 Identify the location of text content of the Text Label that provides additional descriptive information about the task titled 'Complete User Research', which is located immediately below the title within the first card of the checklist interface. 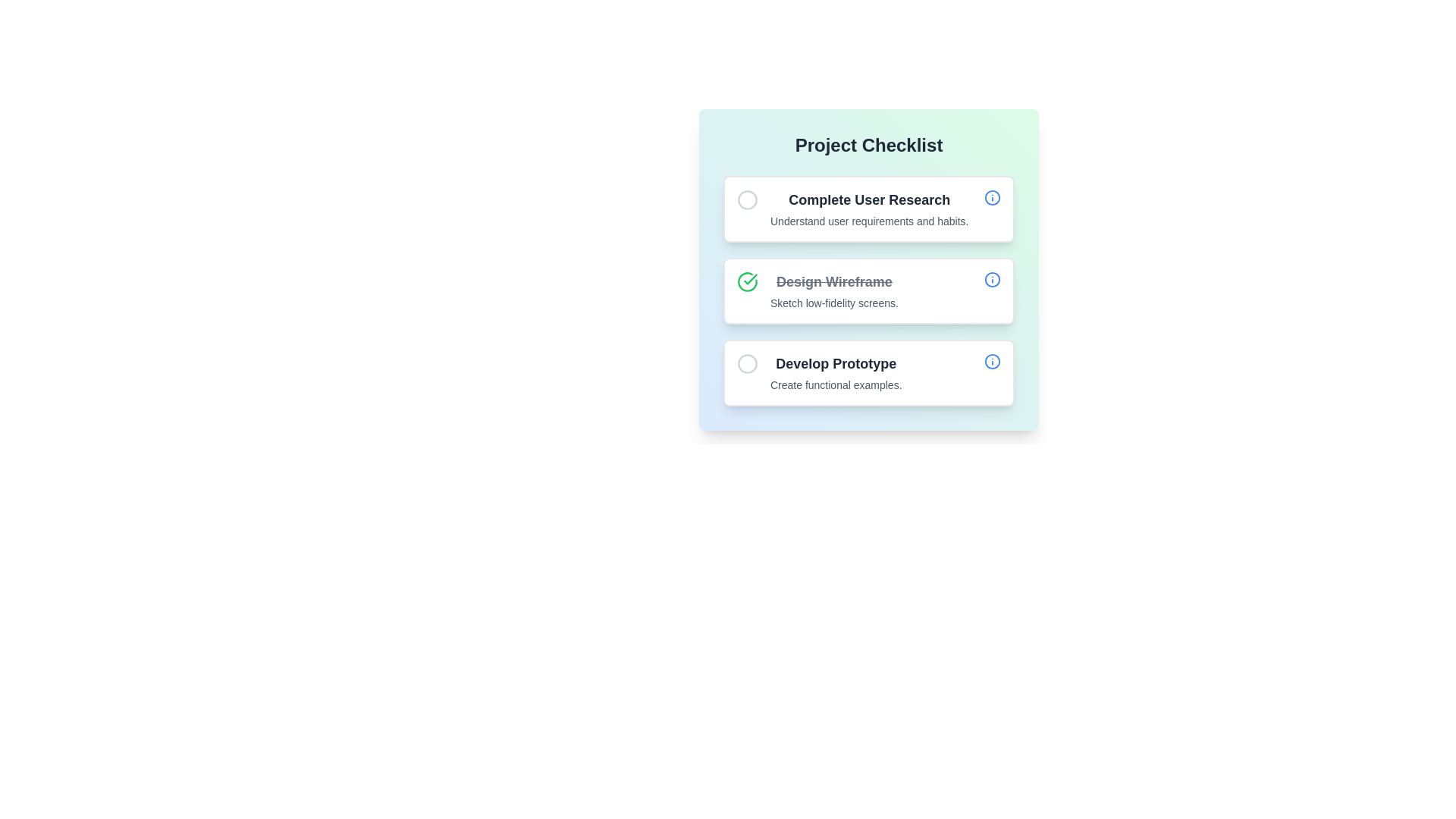
(869, 221).